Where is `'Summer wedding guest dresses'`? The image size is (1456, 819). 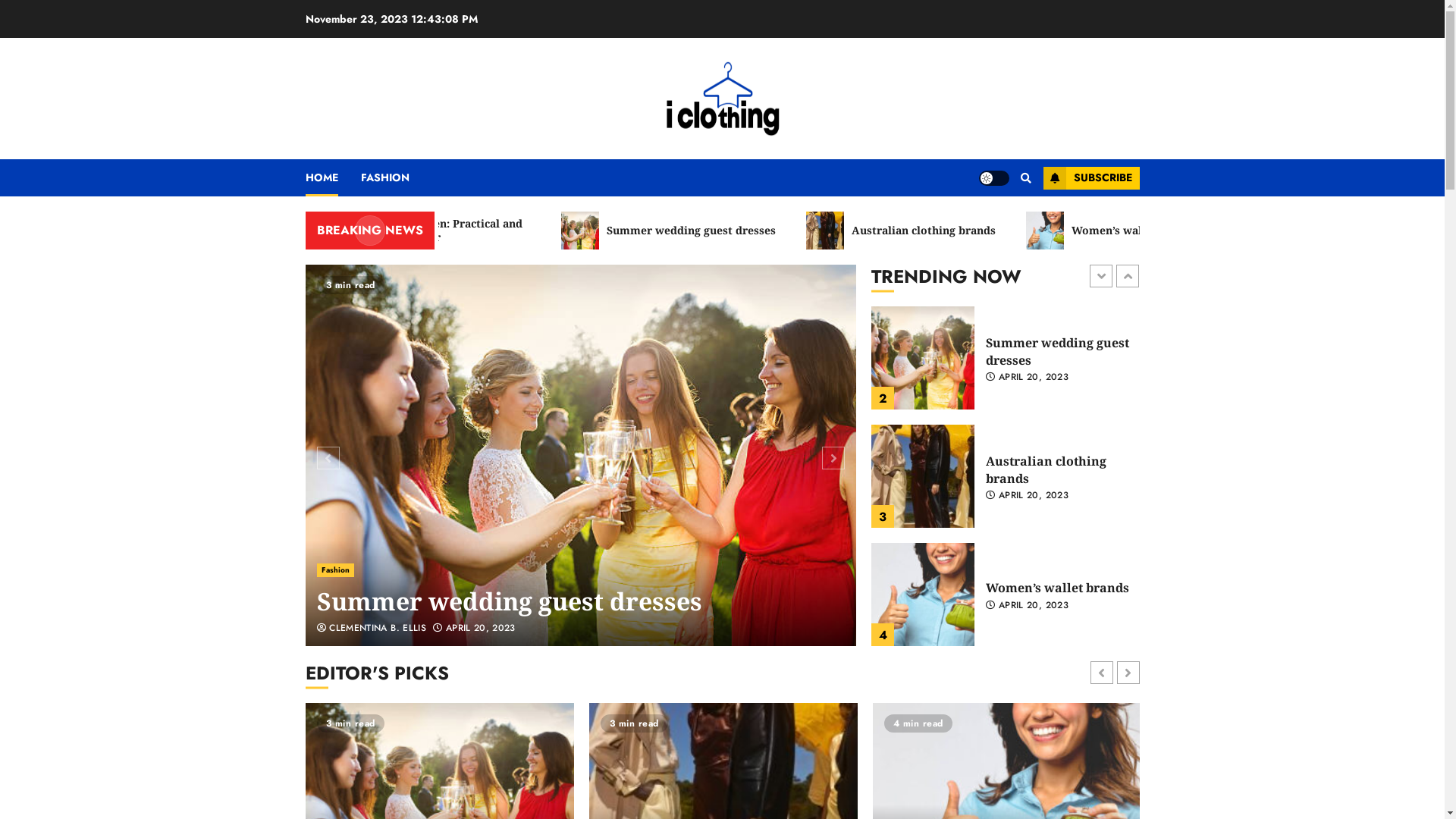 'Summer wedding guest dresses' is located at coordinates (728, 231).